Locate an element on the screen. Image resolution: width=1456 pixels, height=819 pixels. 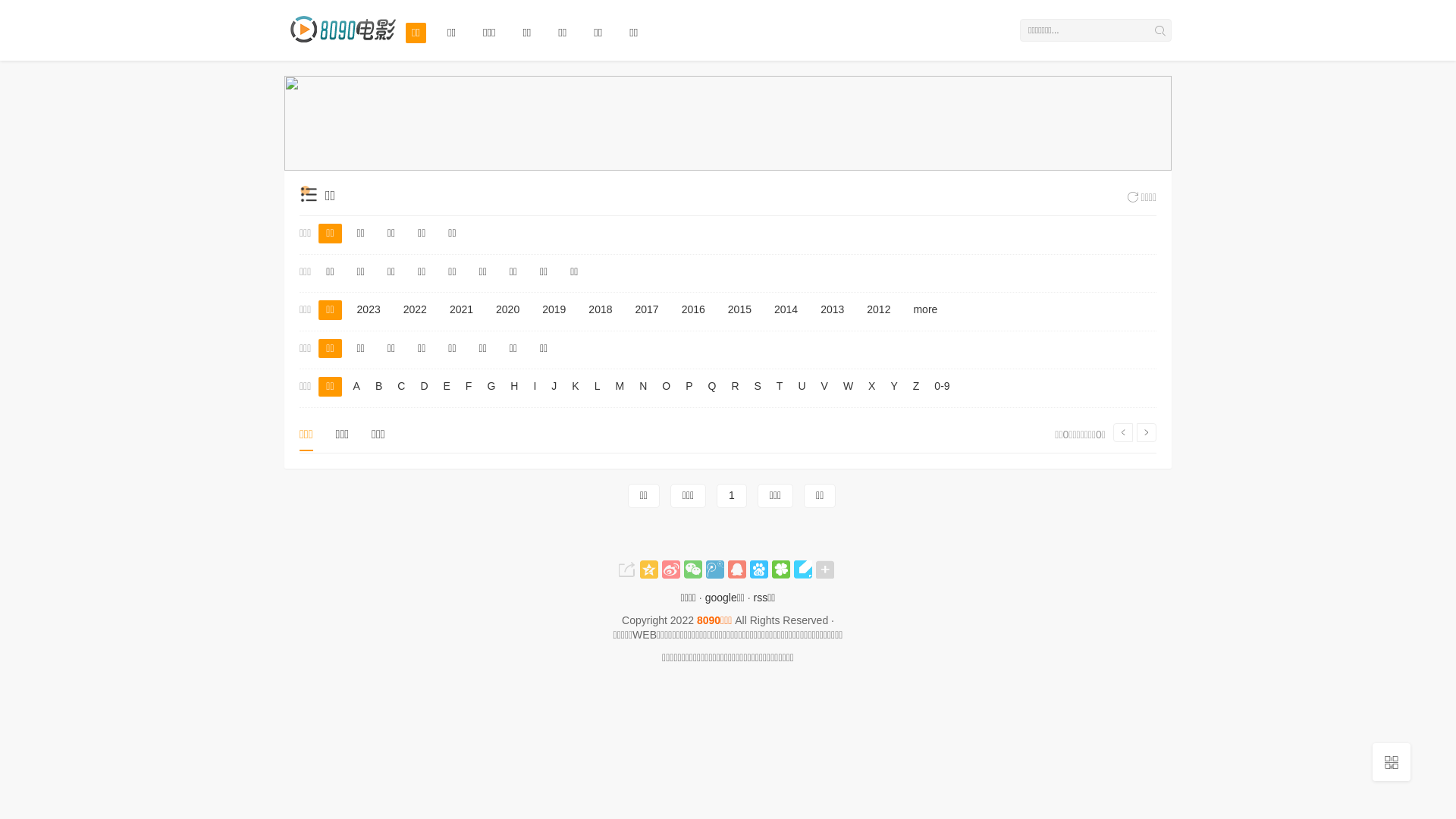
'H' is located at coordinates (513, 385).